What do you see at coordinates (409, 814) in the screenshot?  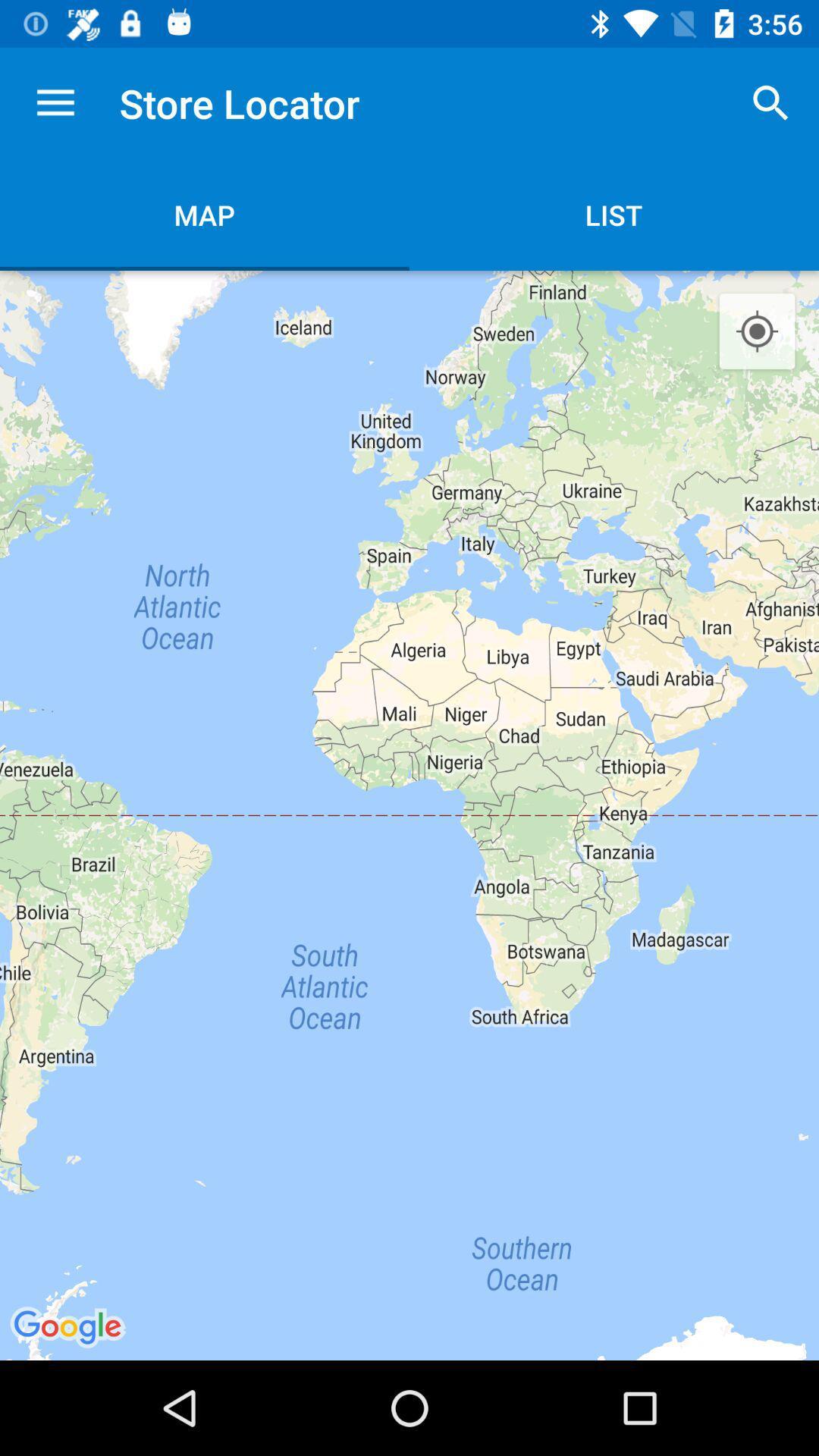 I see `the icon below the map icon` at bounding box center [409, 814].